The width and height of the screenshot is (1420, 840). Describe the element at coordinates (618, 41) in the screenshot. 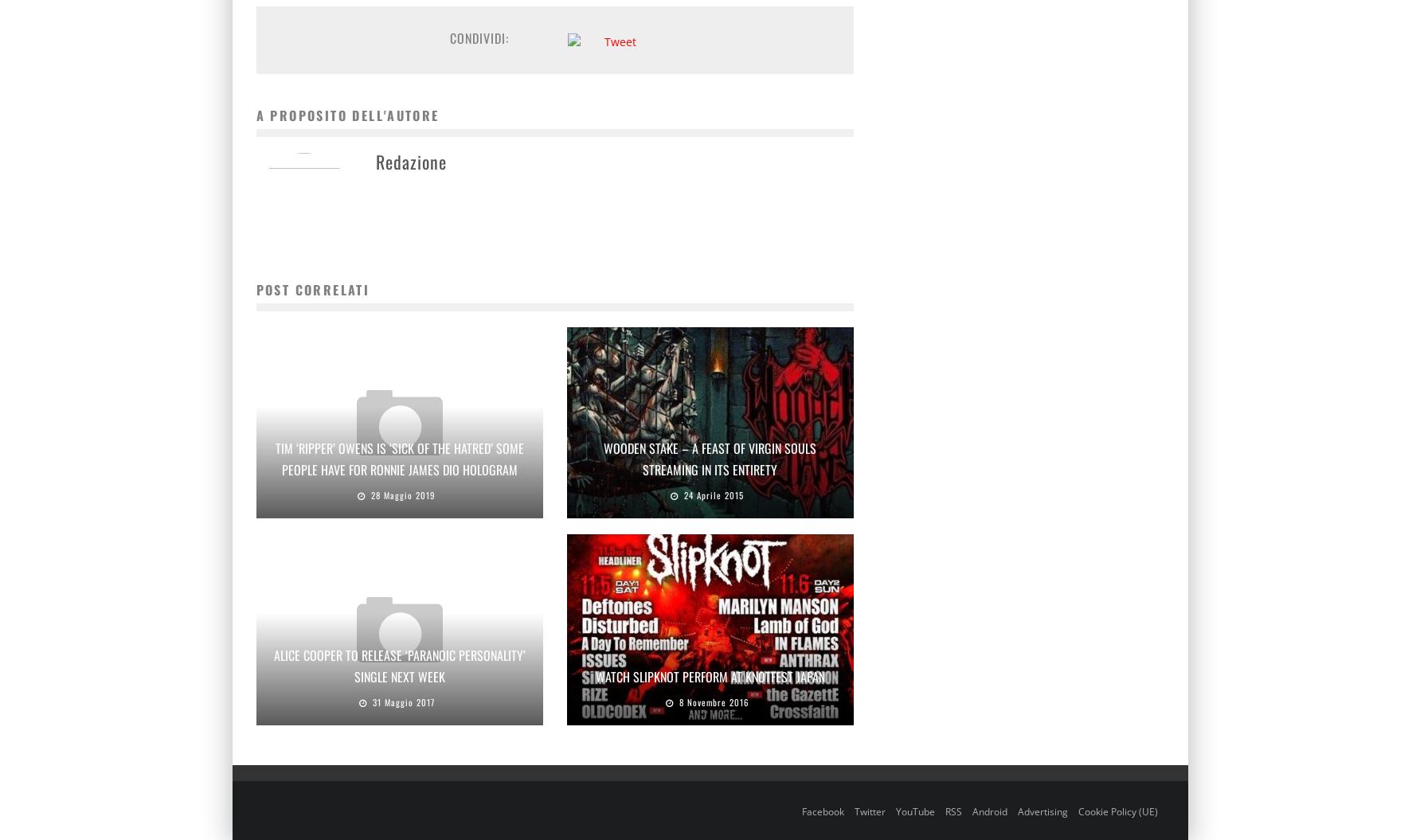

I see `'Tweet'` at that location.